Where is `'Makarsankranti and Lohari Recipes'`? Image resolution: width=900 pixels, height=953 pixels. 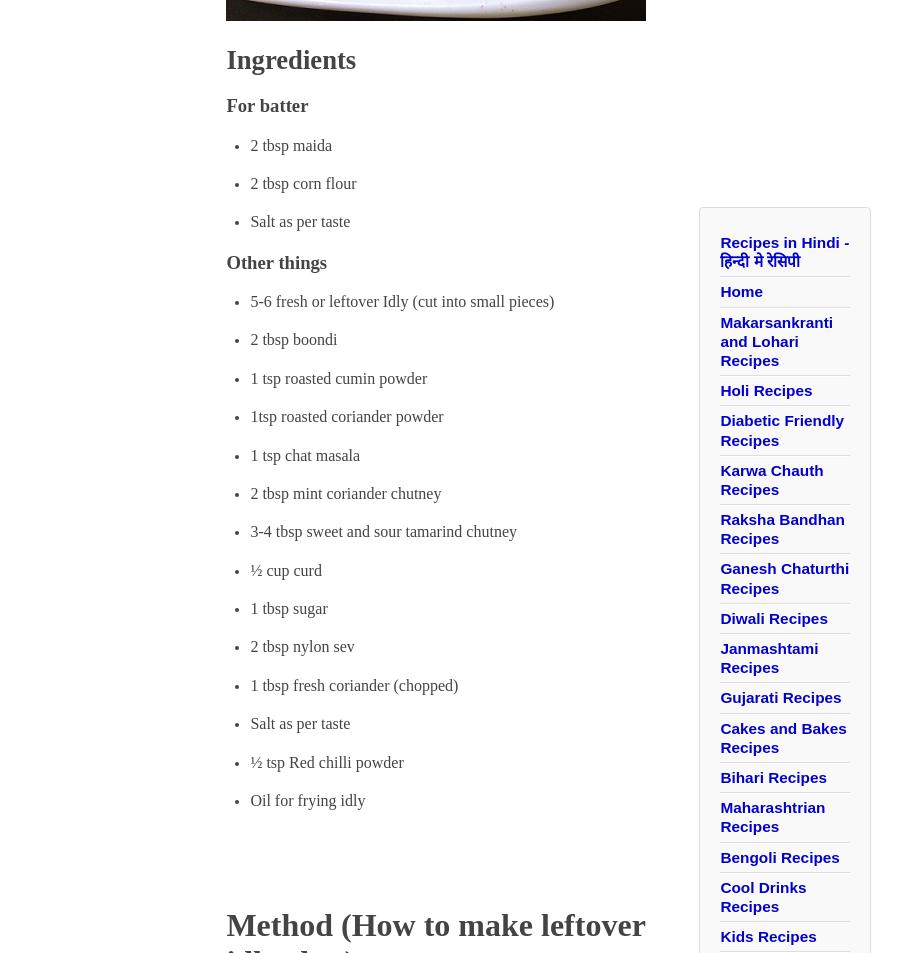
'Makarsankranti and Lohari Recipes' is located at coordinates (775, 339).